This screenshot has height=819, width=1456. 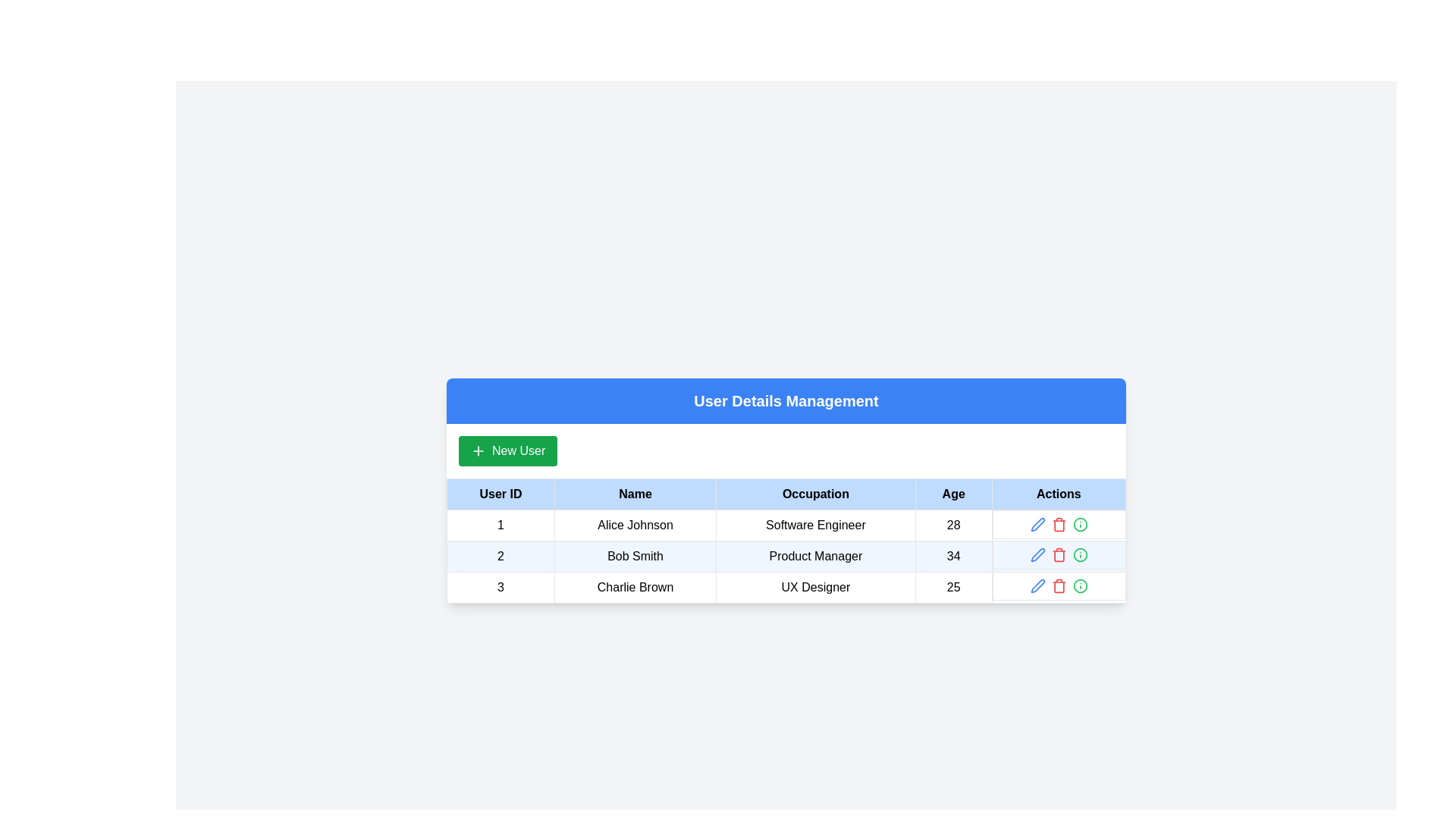 I want to click on the delete button located in the 'Actions' column of the table for the user record of Bob Smith, which is the second icon in the action lineup, so click(x=1058, y=555).